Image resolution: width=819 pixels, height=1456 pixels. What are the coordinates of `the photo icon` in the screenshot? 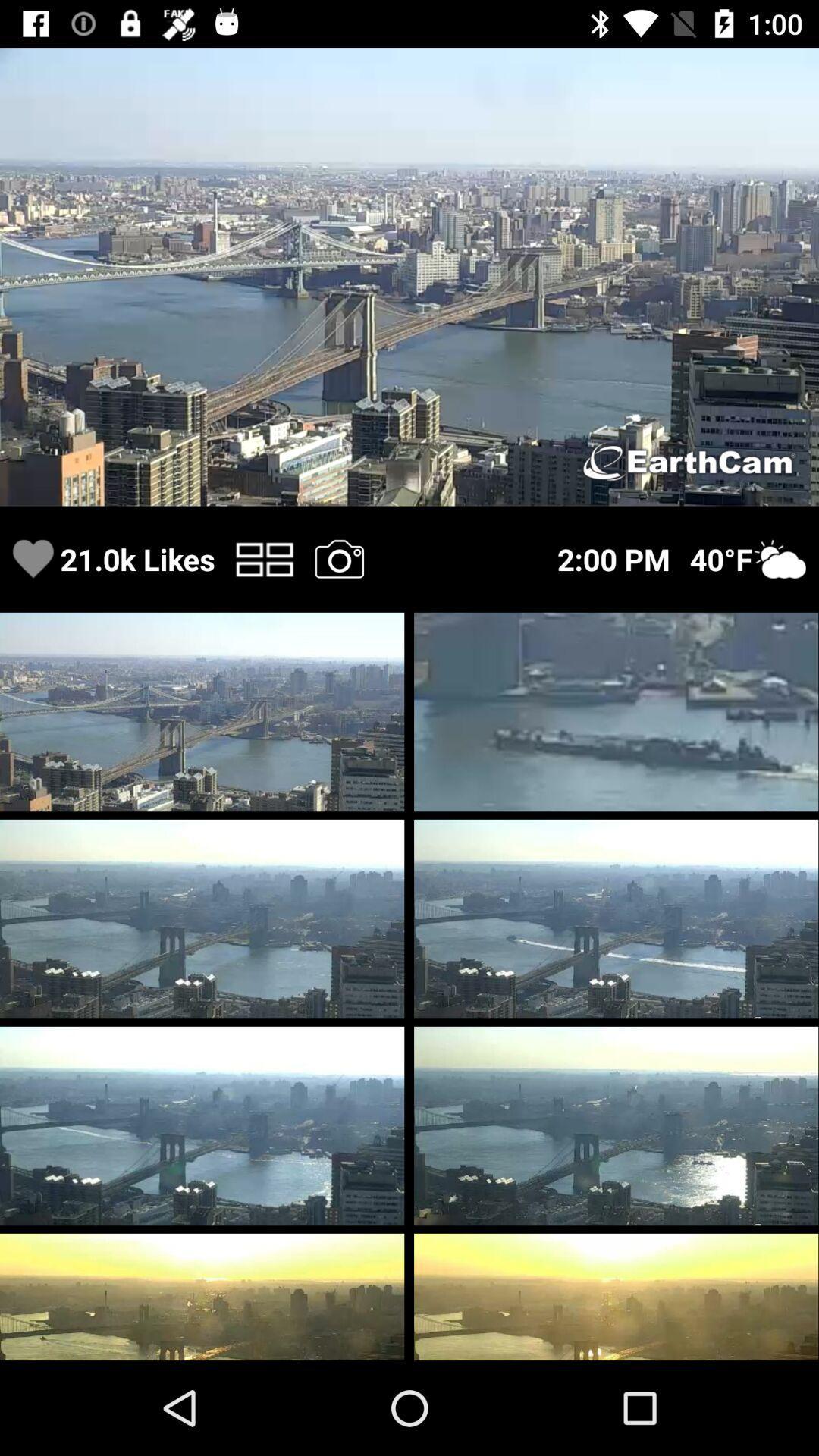 It's located at (338, 558).